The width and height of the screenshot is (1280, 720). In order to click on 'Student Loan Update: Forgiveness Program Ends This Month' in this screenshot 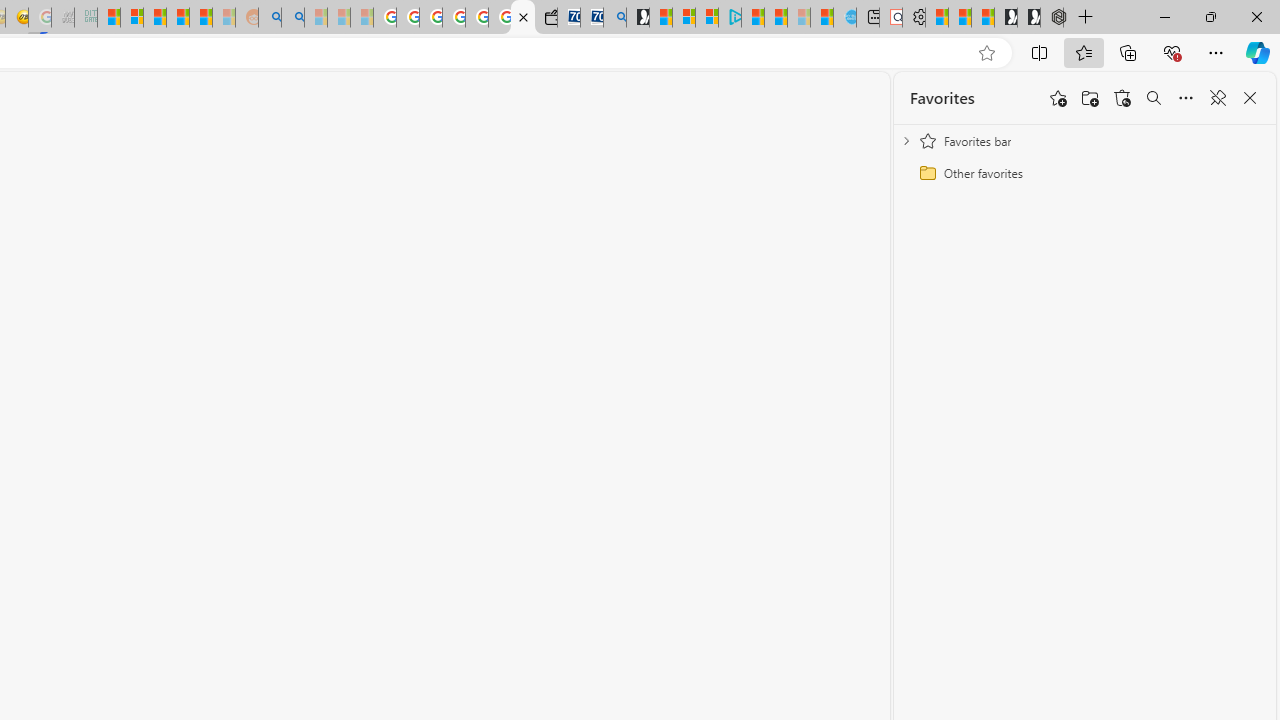, I will do `click(200, 17)`.